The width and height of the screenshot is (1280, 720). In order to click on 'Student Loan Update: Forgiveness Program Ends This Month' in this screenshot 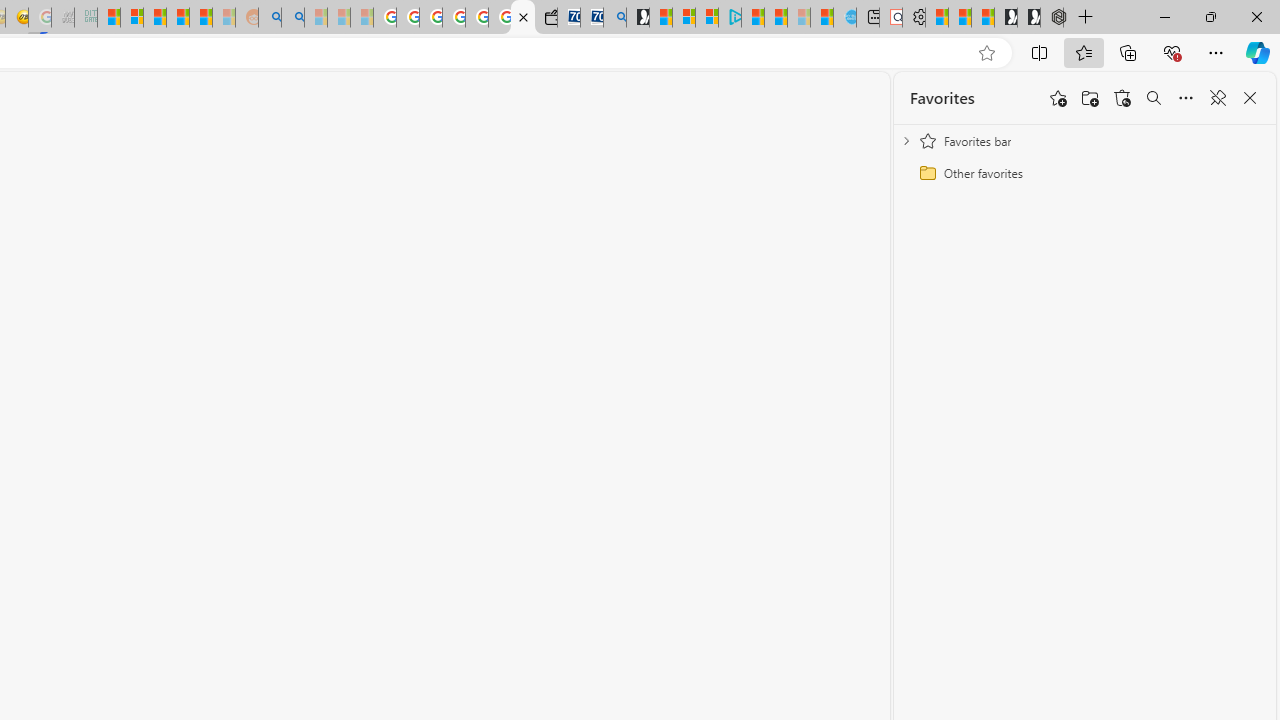, I will do `click(200, 17)`.